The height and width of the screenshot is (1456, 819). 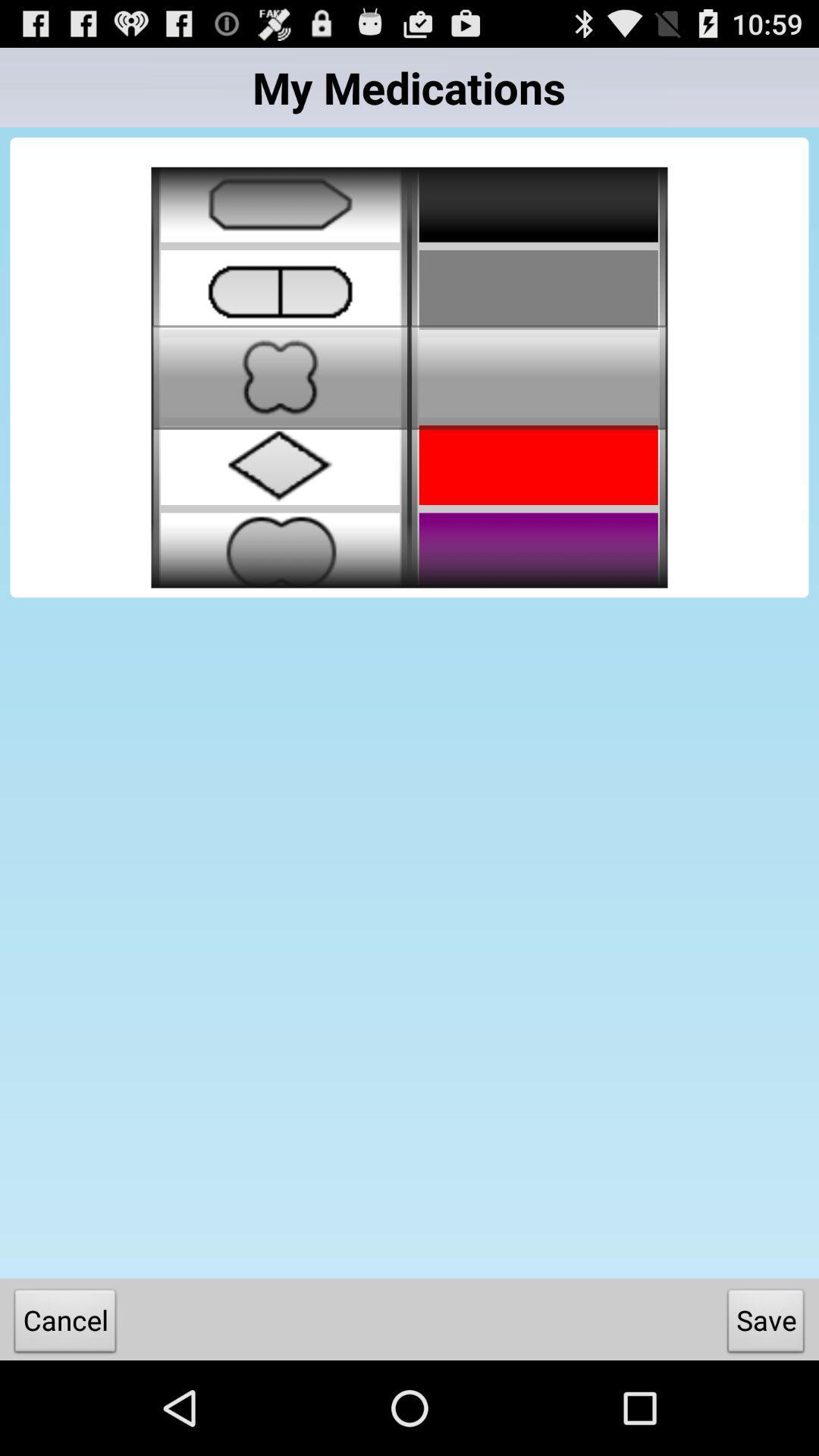 What do you see at coordinates (766, 1323) in the screenshot?
I see `item at the bottom right corner` at bounding box center [766, 1323].